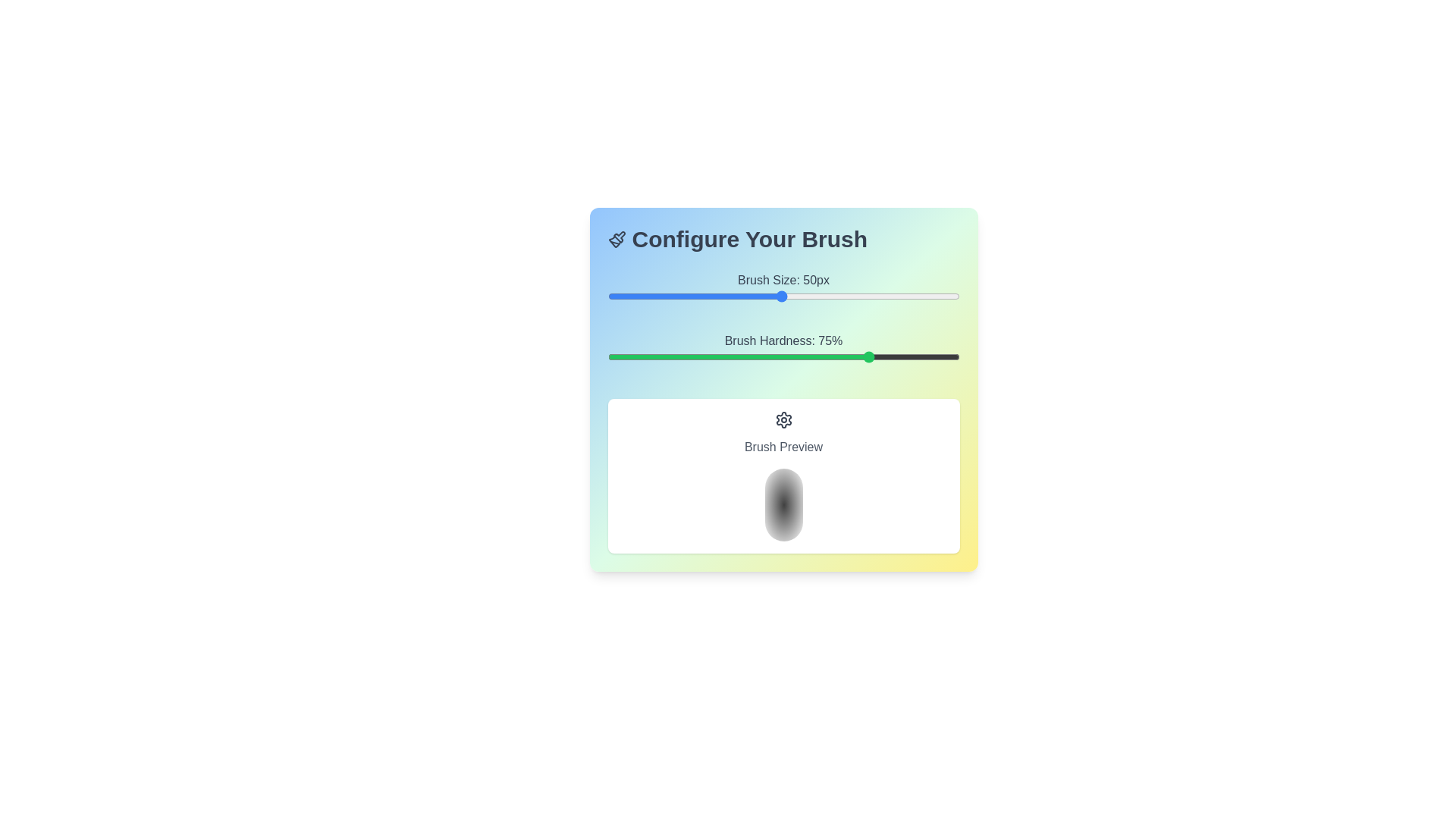 Image resolution: width=1456 pixels, height=819 pixels. Describe the element at coordinates (783, 475) in the screenshot. I see `the Brush Preview area to observe its appearance` at that location.